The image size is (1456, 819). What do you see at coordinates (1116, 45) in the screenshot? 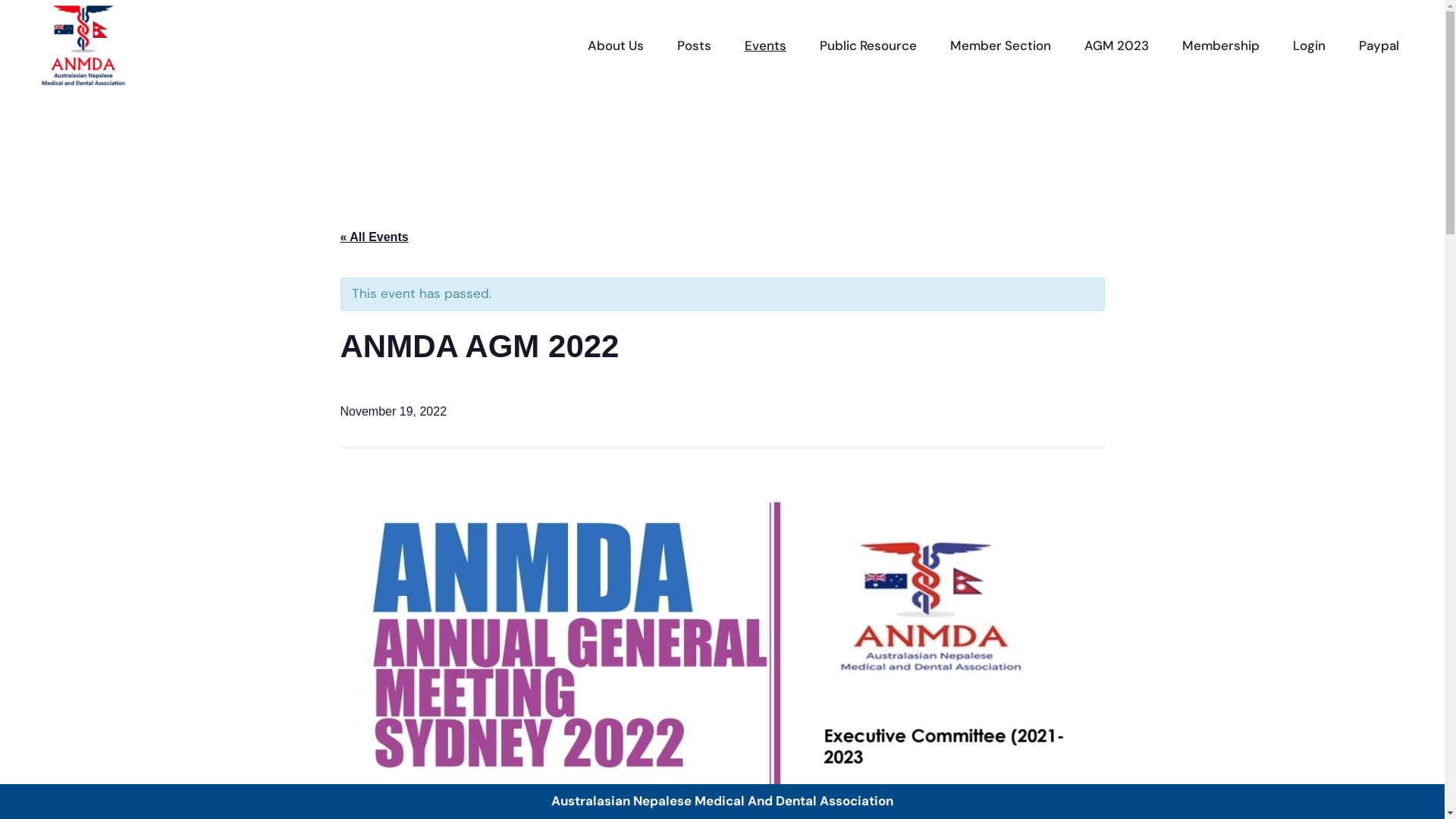
I see `'AGM 2023'` at bounding box center [1116, 45].